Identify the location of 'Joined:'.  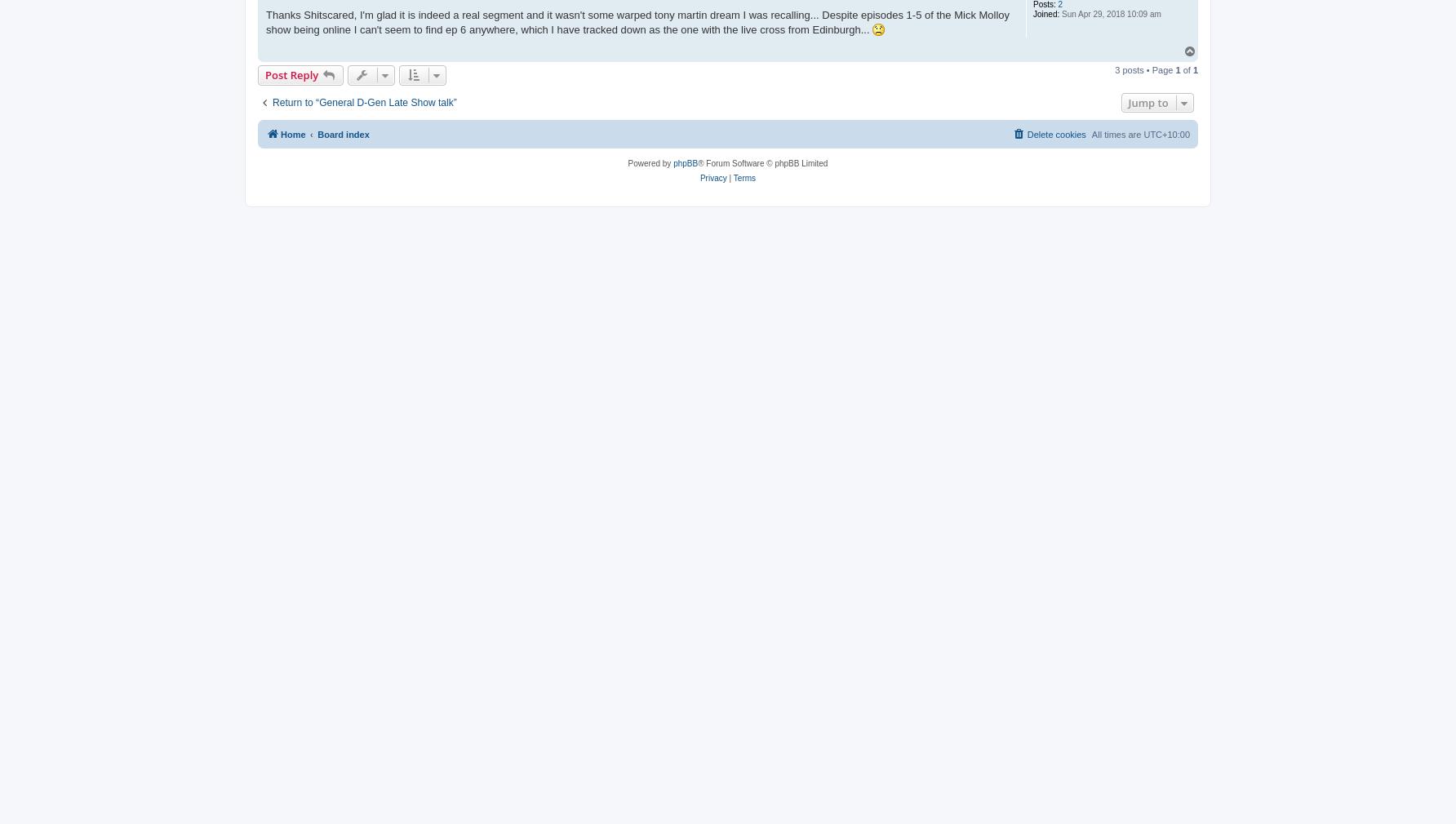
(1045, 13).